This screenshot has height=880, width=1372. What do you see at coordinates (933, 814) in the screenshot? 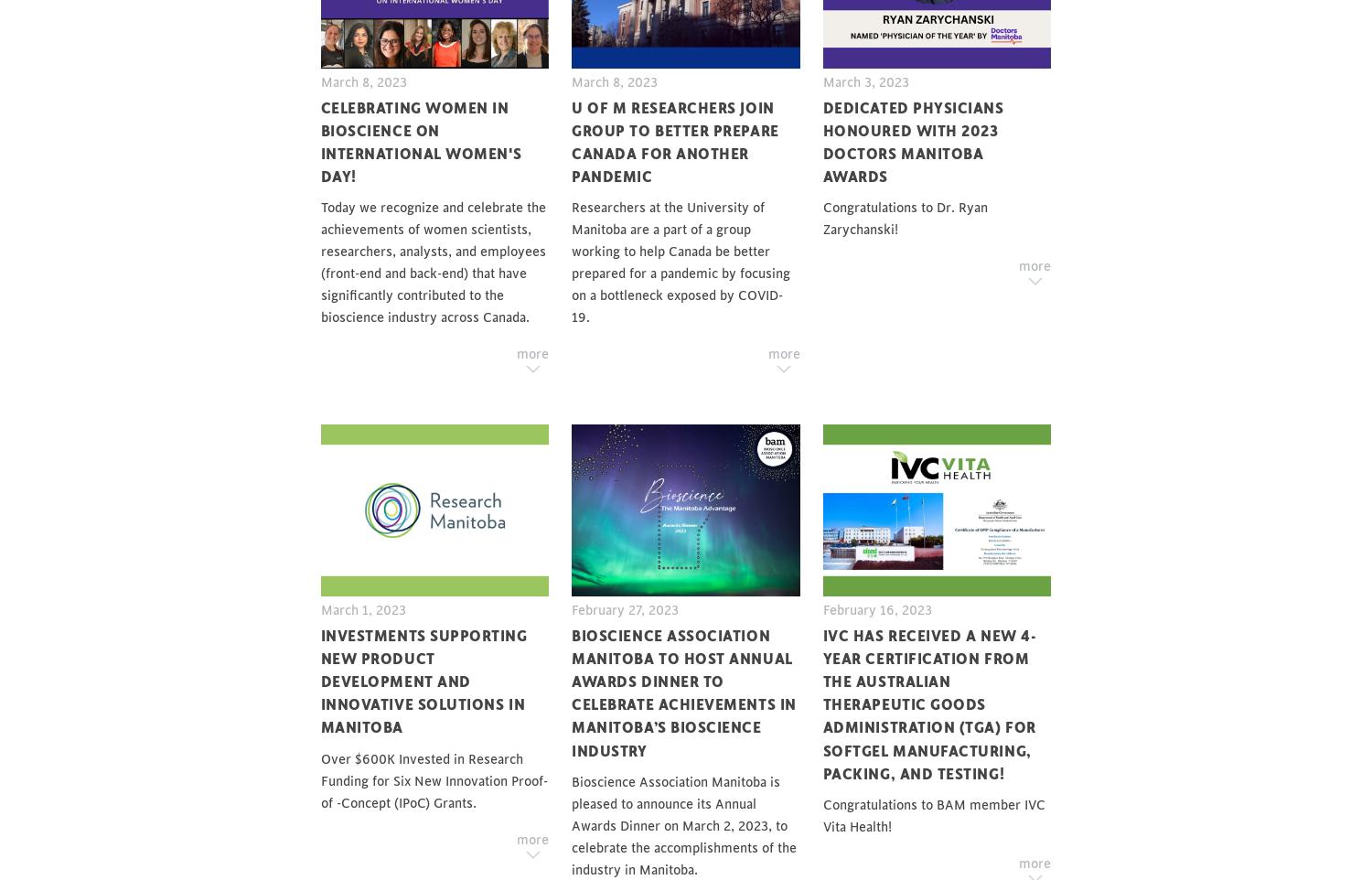
I see `'Congratulations to BAM member IVC Vita Health!'` at bounding box center [933, 814].